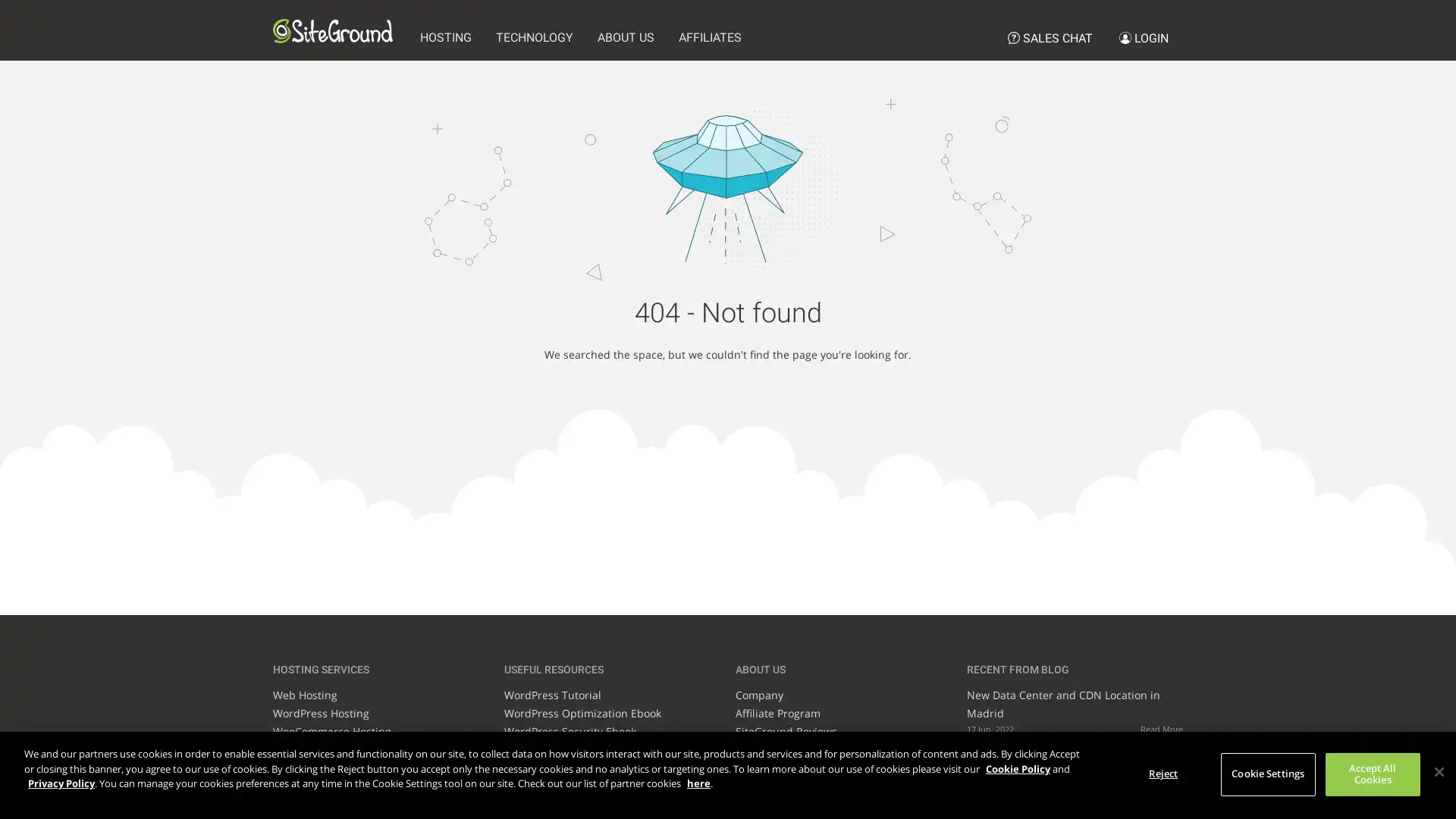 The height and width of the screenshot is (819, 1456). Describe the element at coordinates (1162, 773) in the screenshot. I see `Reject` at that location.